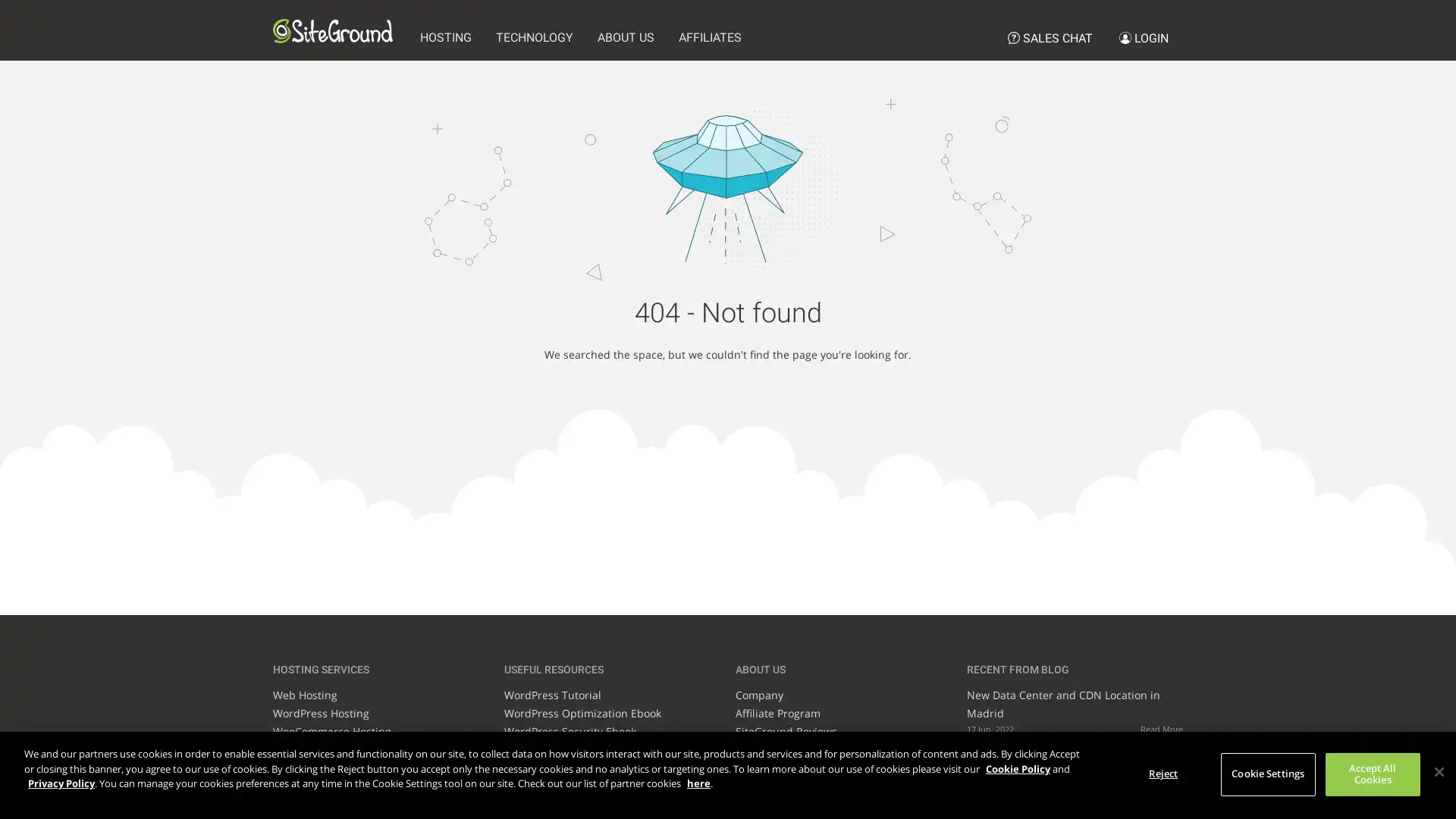 The height and width of the screenshot is (819, 1456). Describe the element at coordinates (1162, 773) in the screenshot. I see `Reject` at that location.